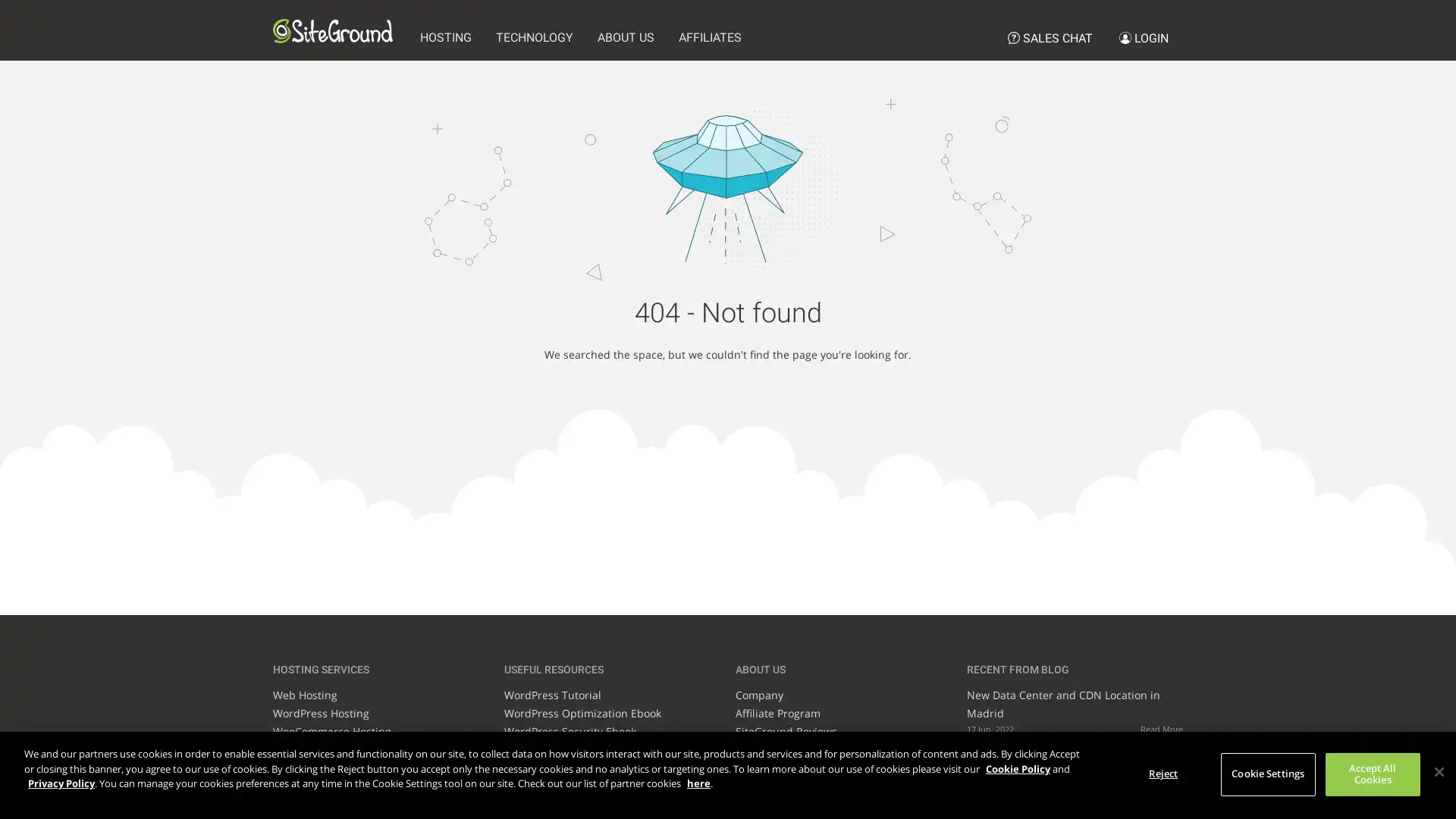 The height and width of the screenshot is (819, 1456). Describe the element at coordinates (1162, 773) in the screenshot. I see `Reject` at that location.